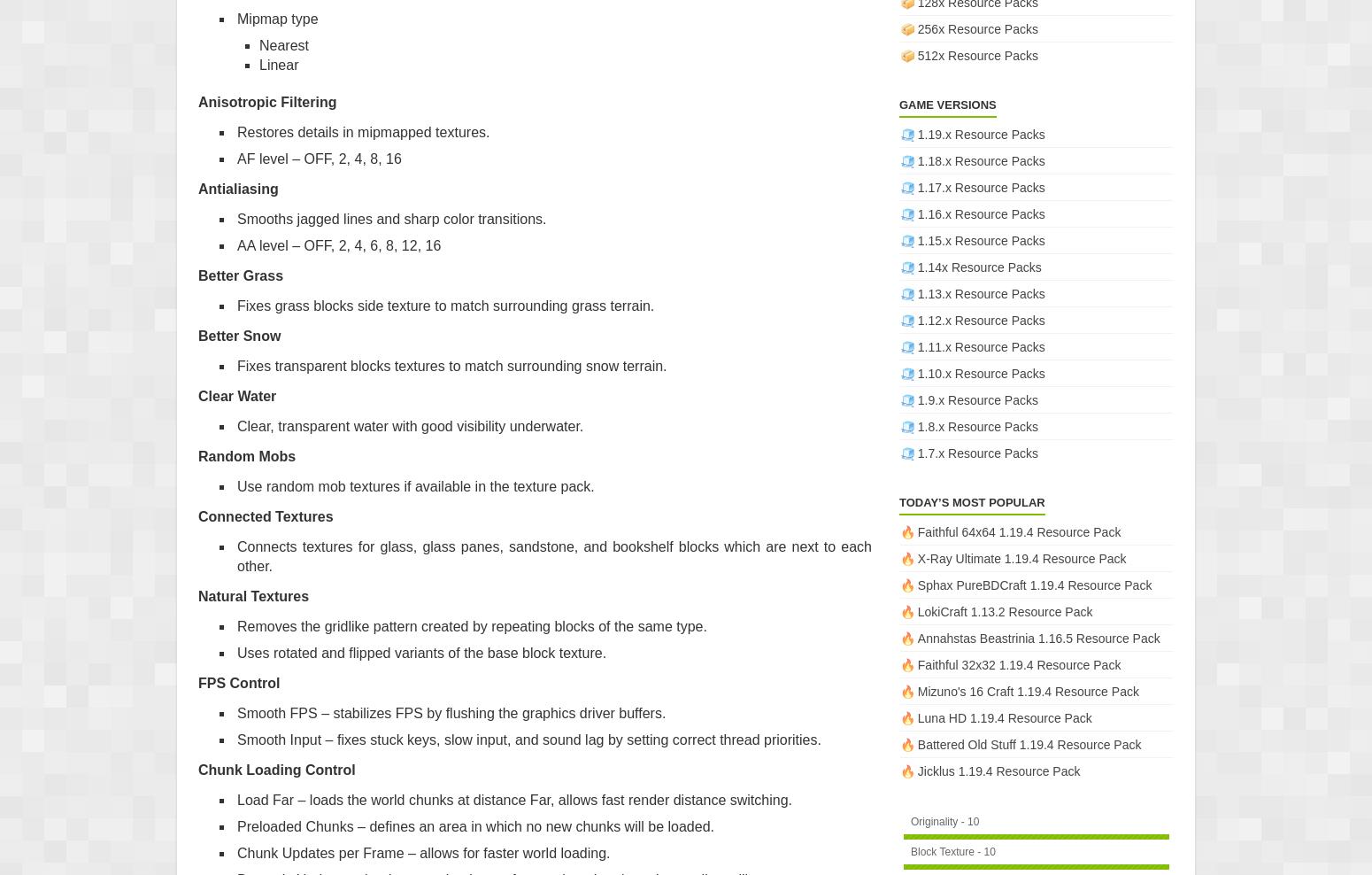 This screenshot has height=875, width=1372. Describe the element at coordinates (236, 244) in the screenshot. I see `'AA level – OFF, 2, 4, 6, 8, 12, 16'` at that location.